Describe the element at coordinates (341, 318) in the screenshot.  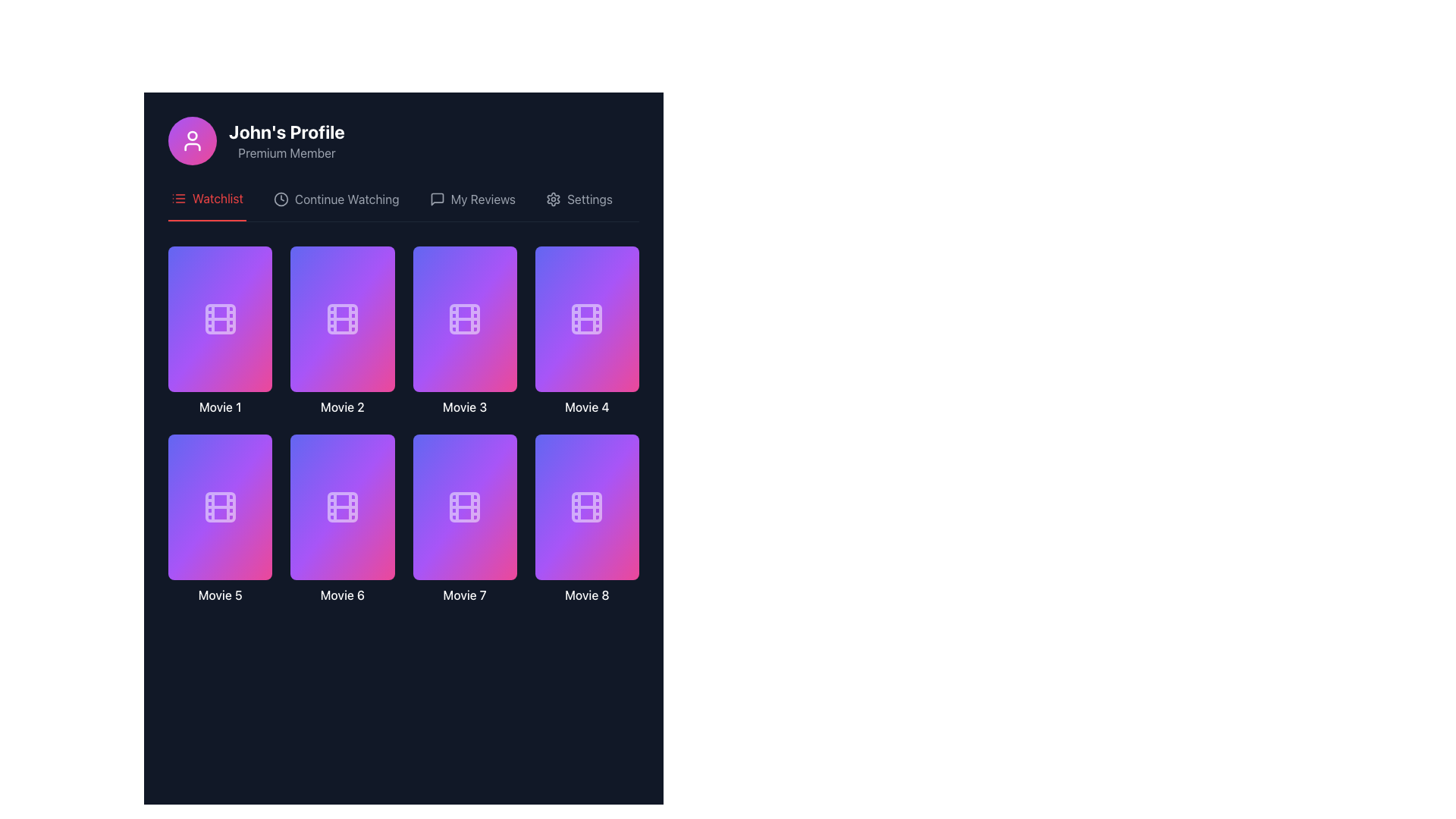
I see `the decorative graphic element, which is a semi-transparent rectangular component located at the center of the film reel icon in the second column of the top row of the grid layout for the second movie` at that location.